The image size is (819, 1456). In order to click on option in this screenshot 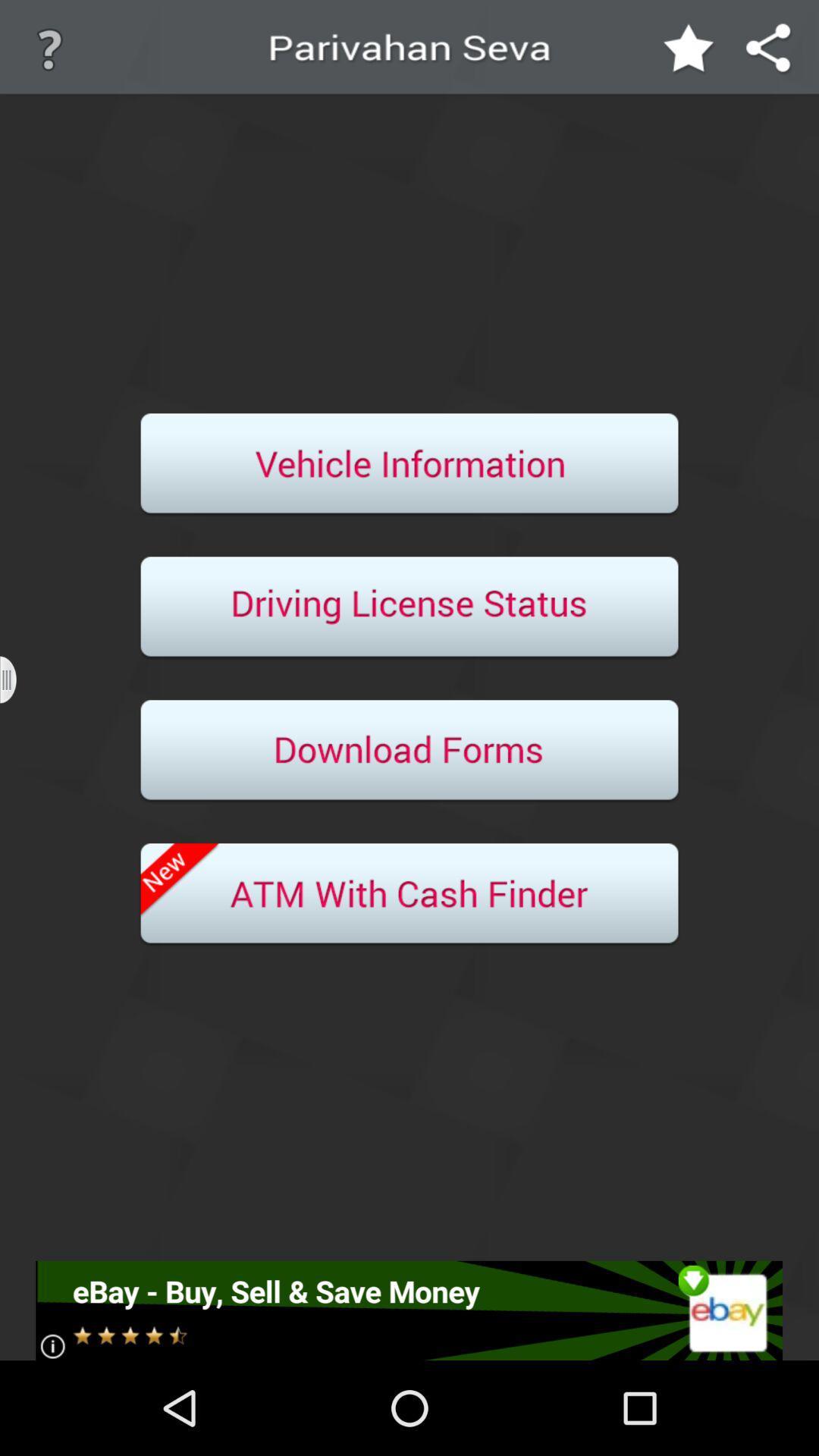, I will do `click(409, 608)`.